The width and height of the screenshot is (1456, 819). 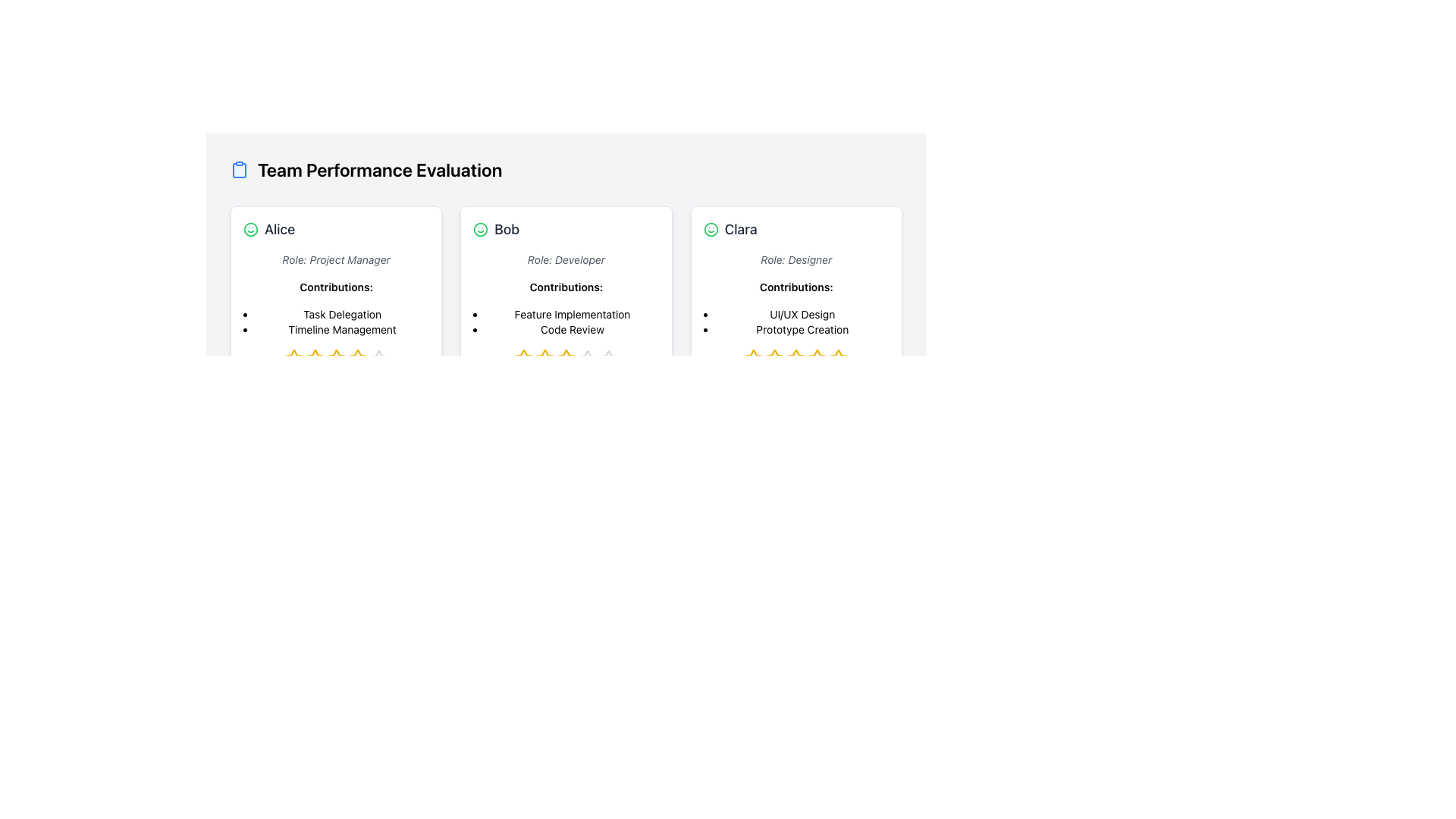 I want to click on the third star button in the rating row for the card labeled 'Bob', so click(x=566, y=358).